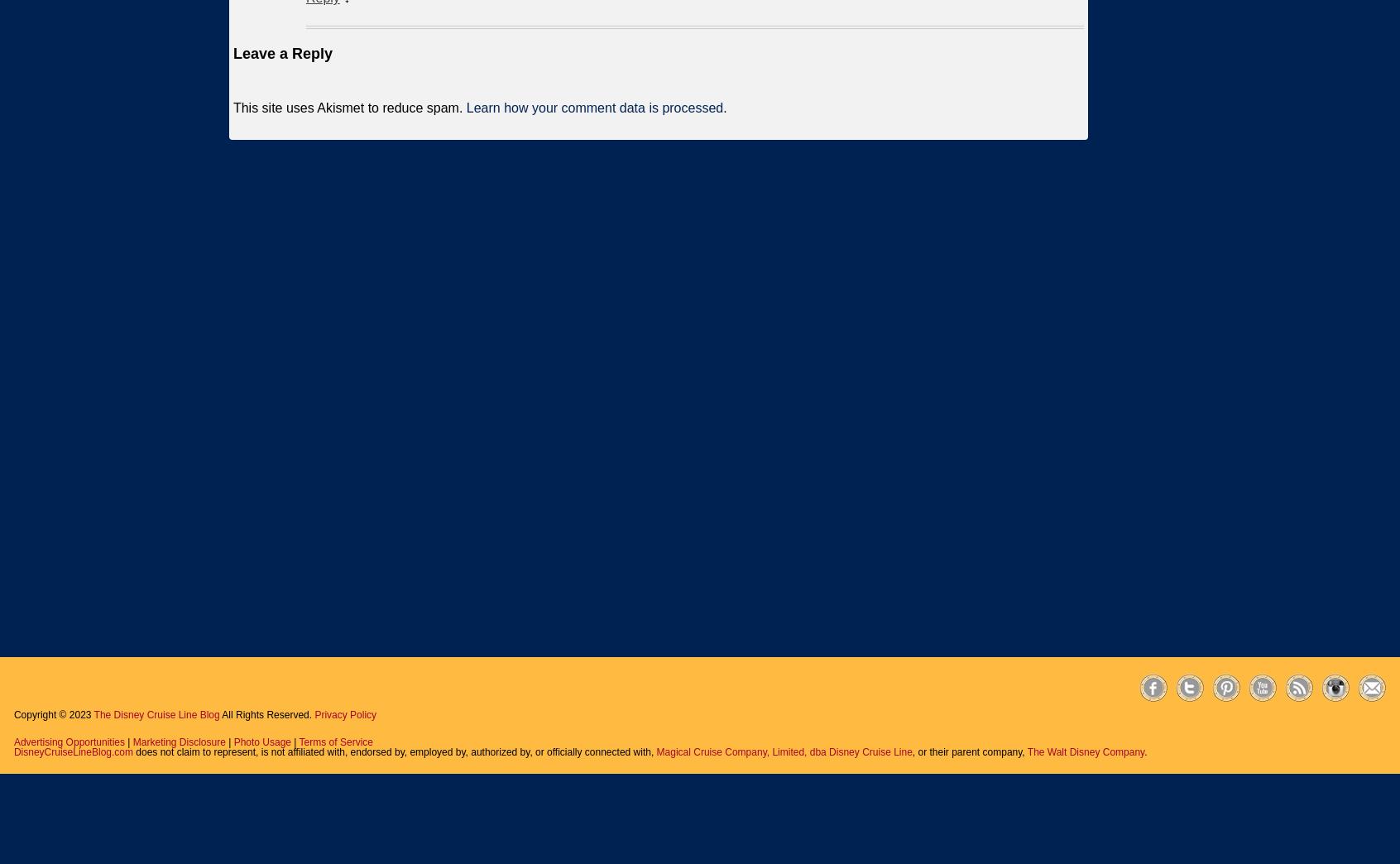  I want to click on ', or their parent company,', so click(968, 752).